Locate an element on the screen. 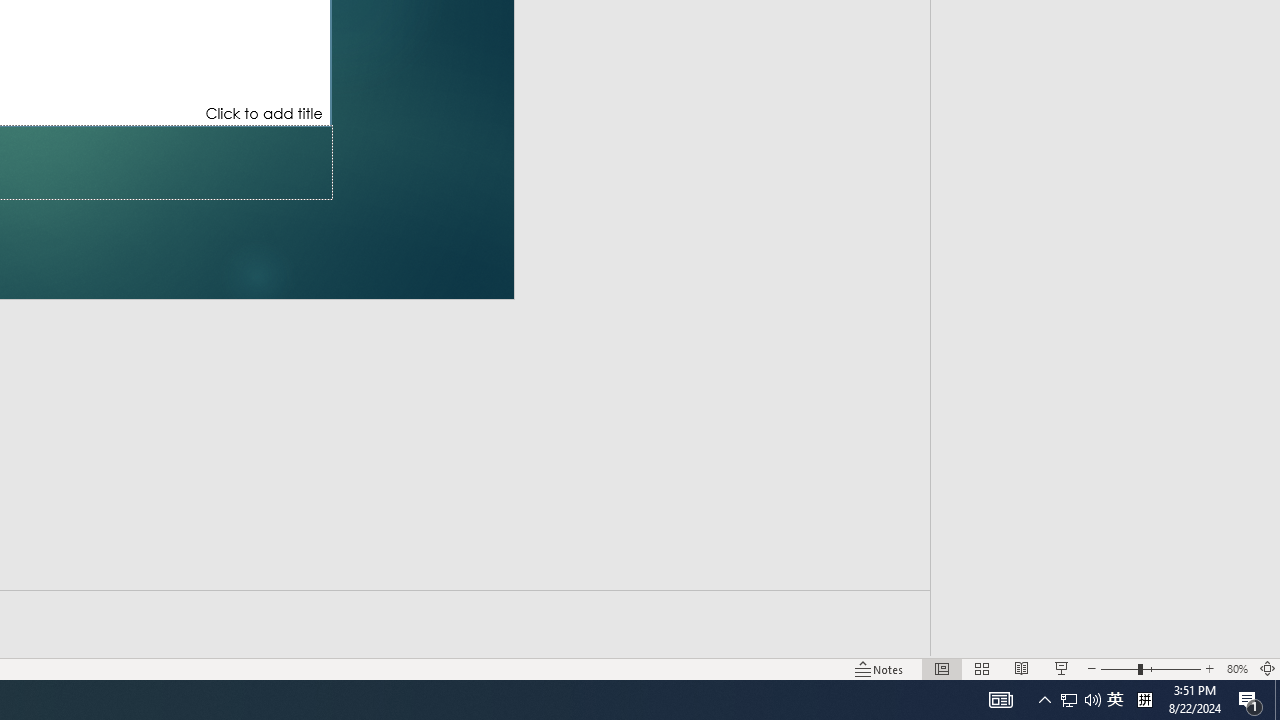  'Action Center, 1 new notification' is located at coordinates (1250, 698).